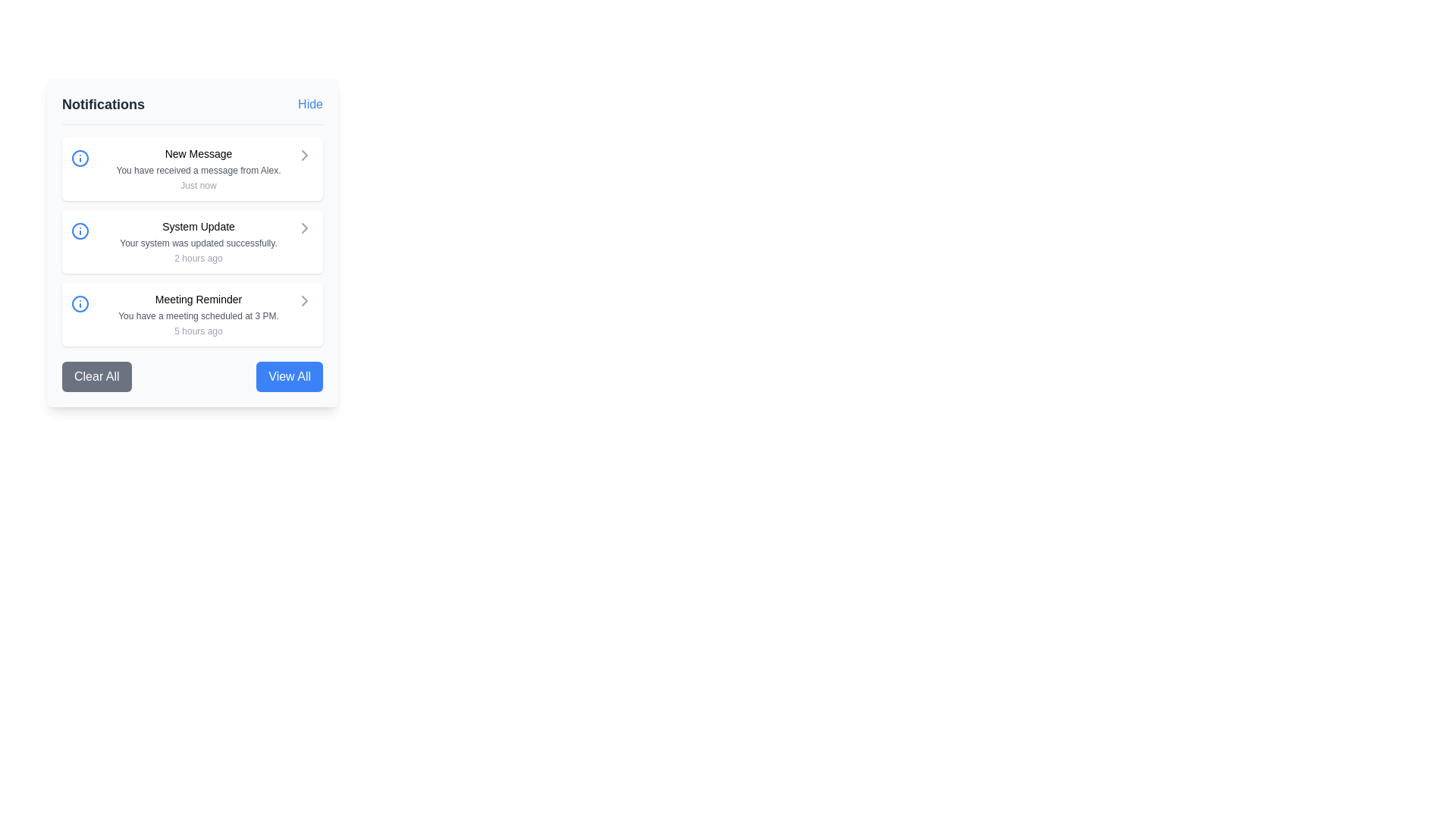  I want to click on the rightward-pointing gray chevron icon located at the far right of the 'System Update' notification card, so click(304, 227).